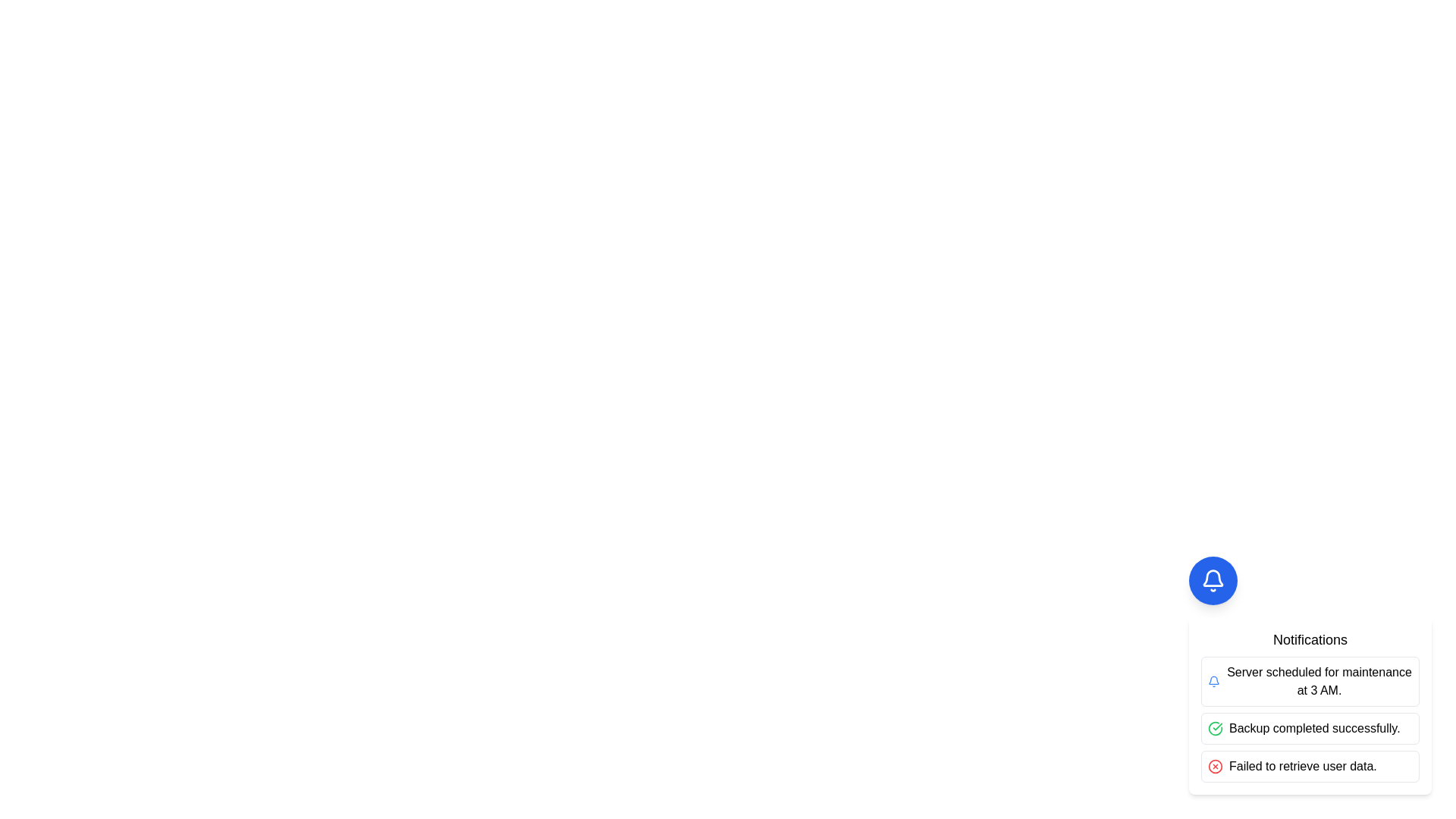  I want to click on the notification item with the text 'Backup completed successfully.' to interact with it, so click(1310, 718).